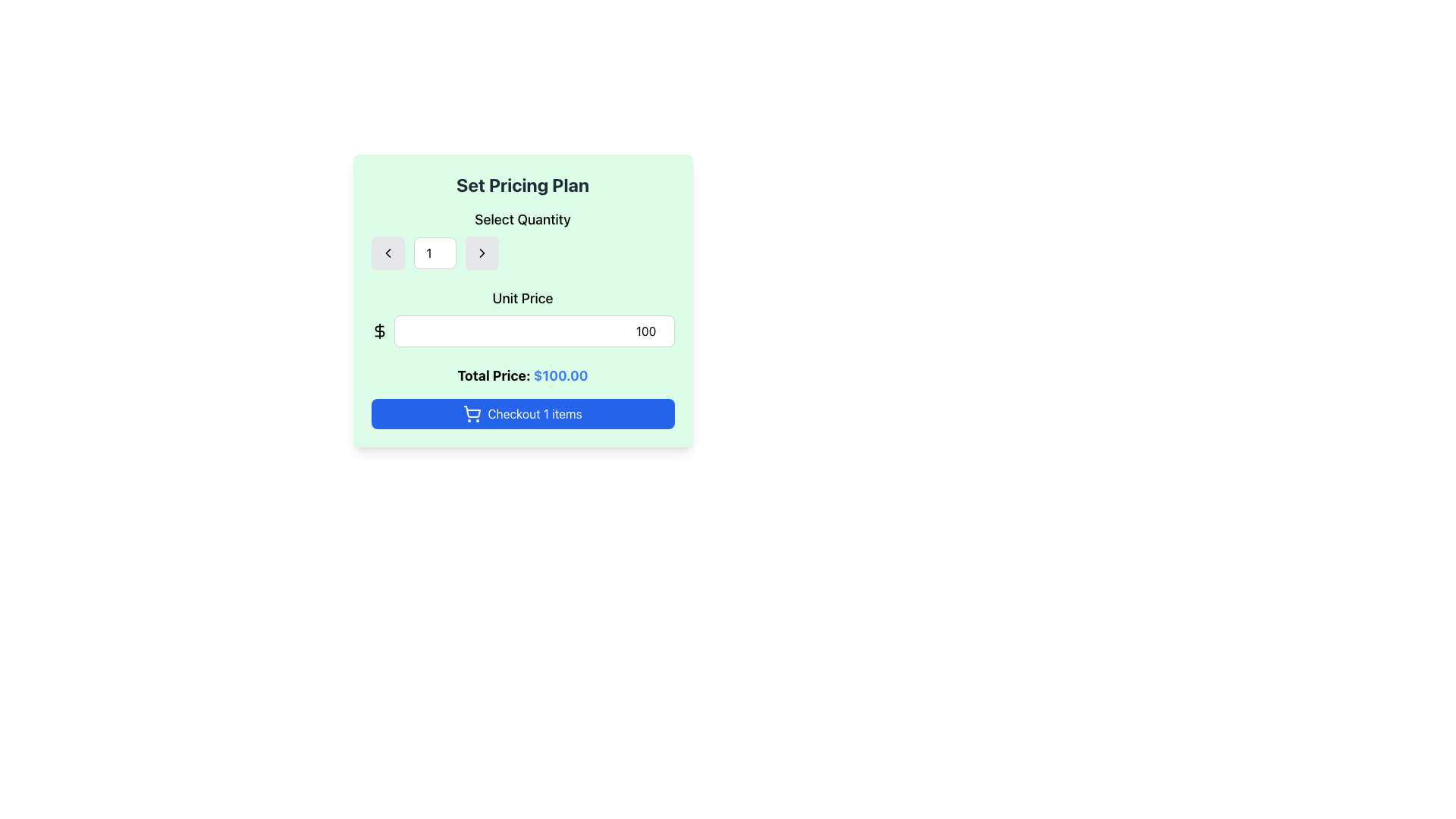 The image size is (1456, 819). I want to click on the interactive controls in the 'Select Quantity' section, which includes the decrement button, numeric input field, and increment button located just below the 'Set Pricing Plan' title, so click(522, 239).